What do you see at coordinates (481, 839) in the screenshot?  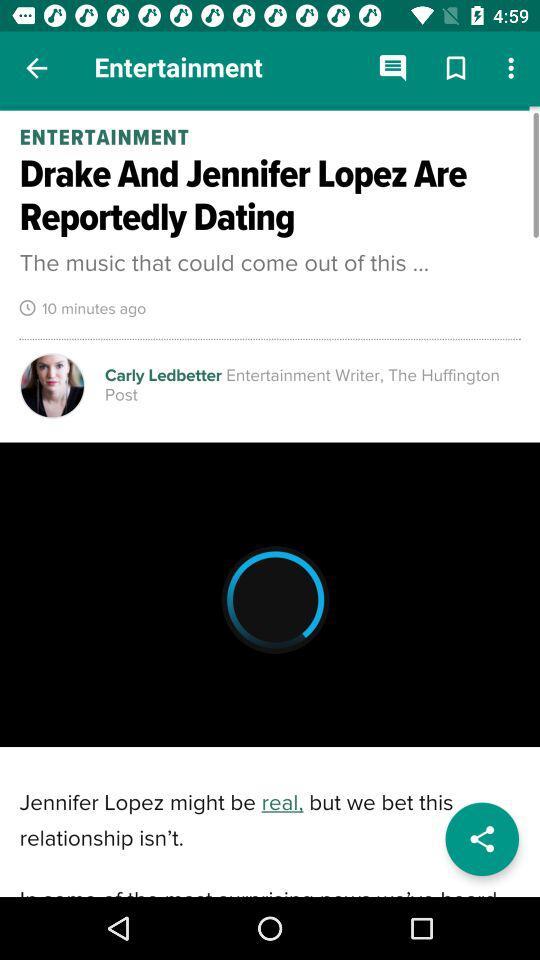 I see `the share icon` at bounding box center [481, 839].